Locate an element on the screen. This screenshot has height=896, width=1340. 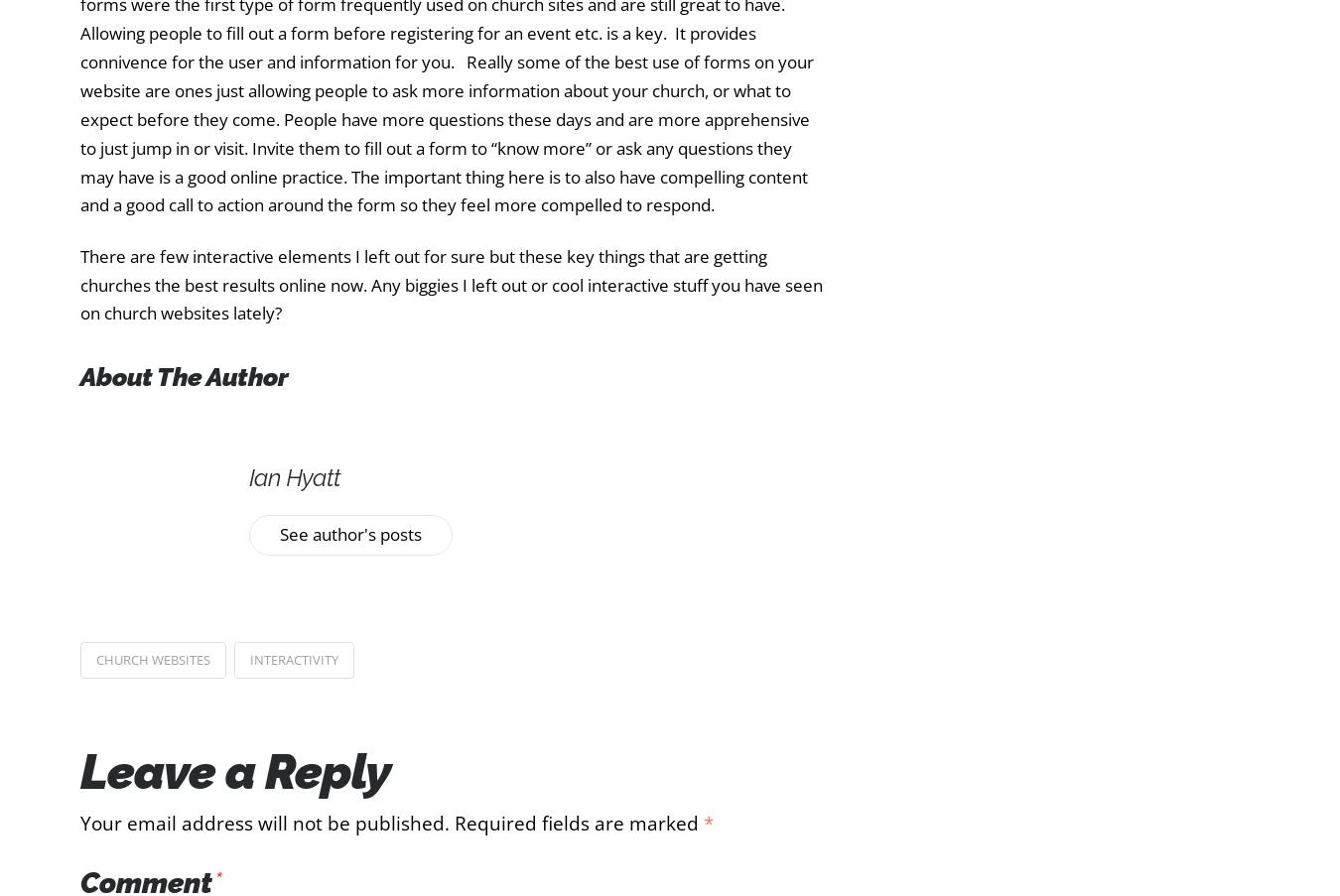
'Leave a Reply' is located at coordinates (79, 770).